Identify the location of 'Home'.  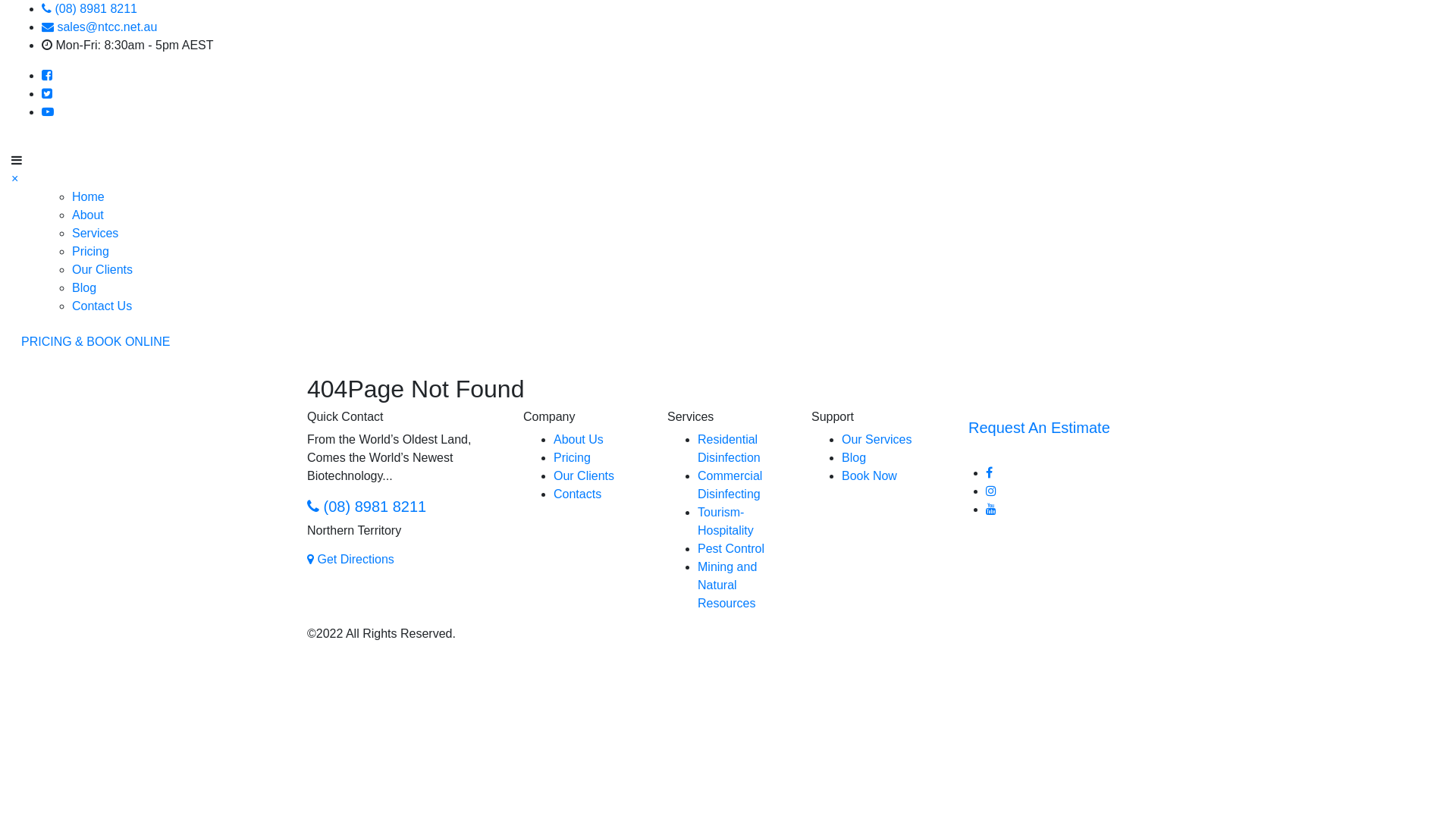
(87, 196).